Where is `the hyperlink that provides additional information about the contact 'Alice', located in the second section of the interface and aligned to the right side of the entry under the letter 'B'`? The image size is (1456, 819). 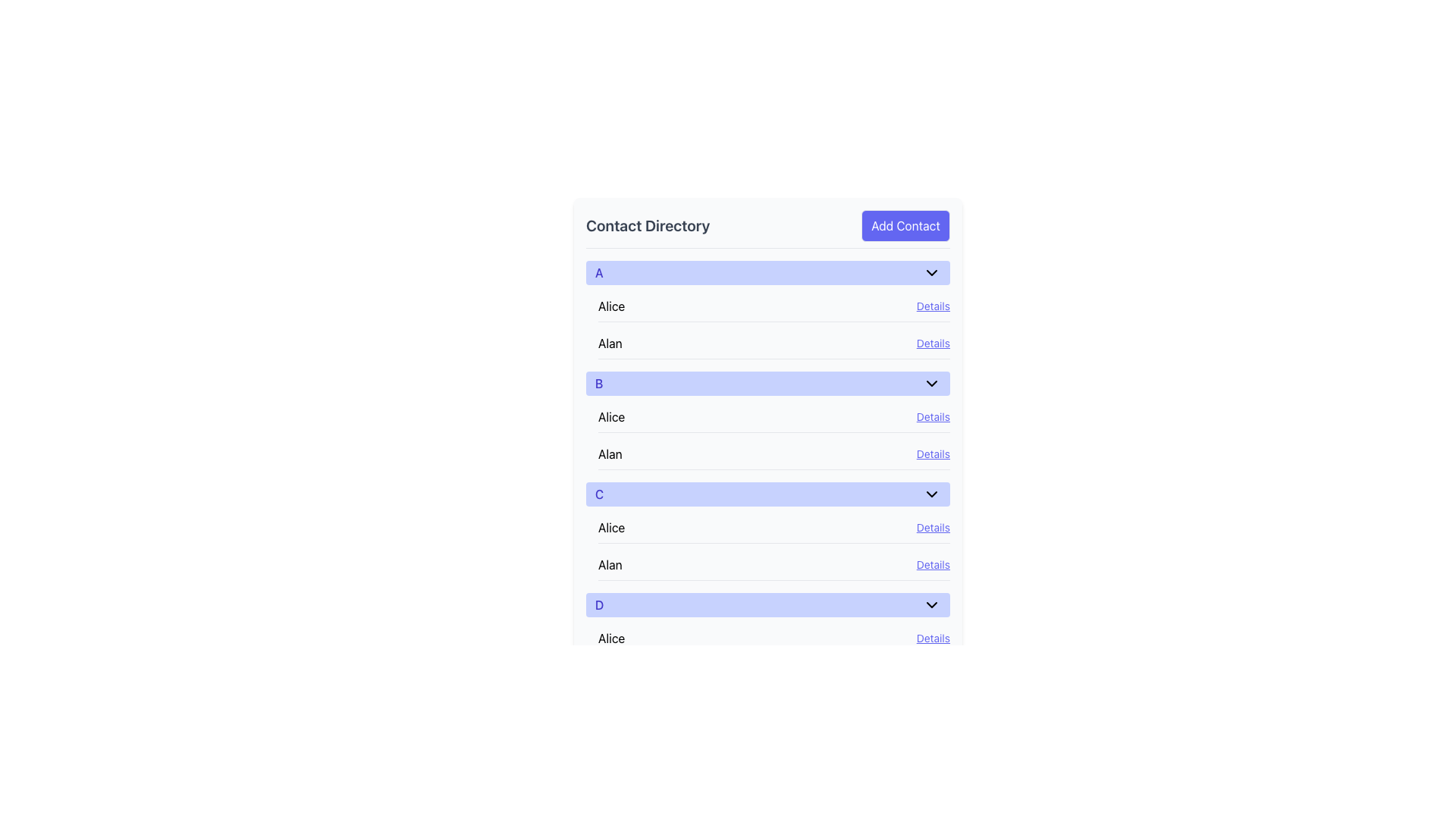 the hyperlink that provides additional information about the contact 'Alice', located in the second section of the interface and aligned to the right side of the entry under the letter 'B' is located at coordinates (932, 417).